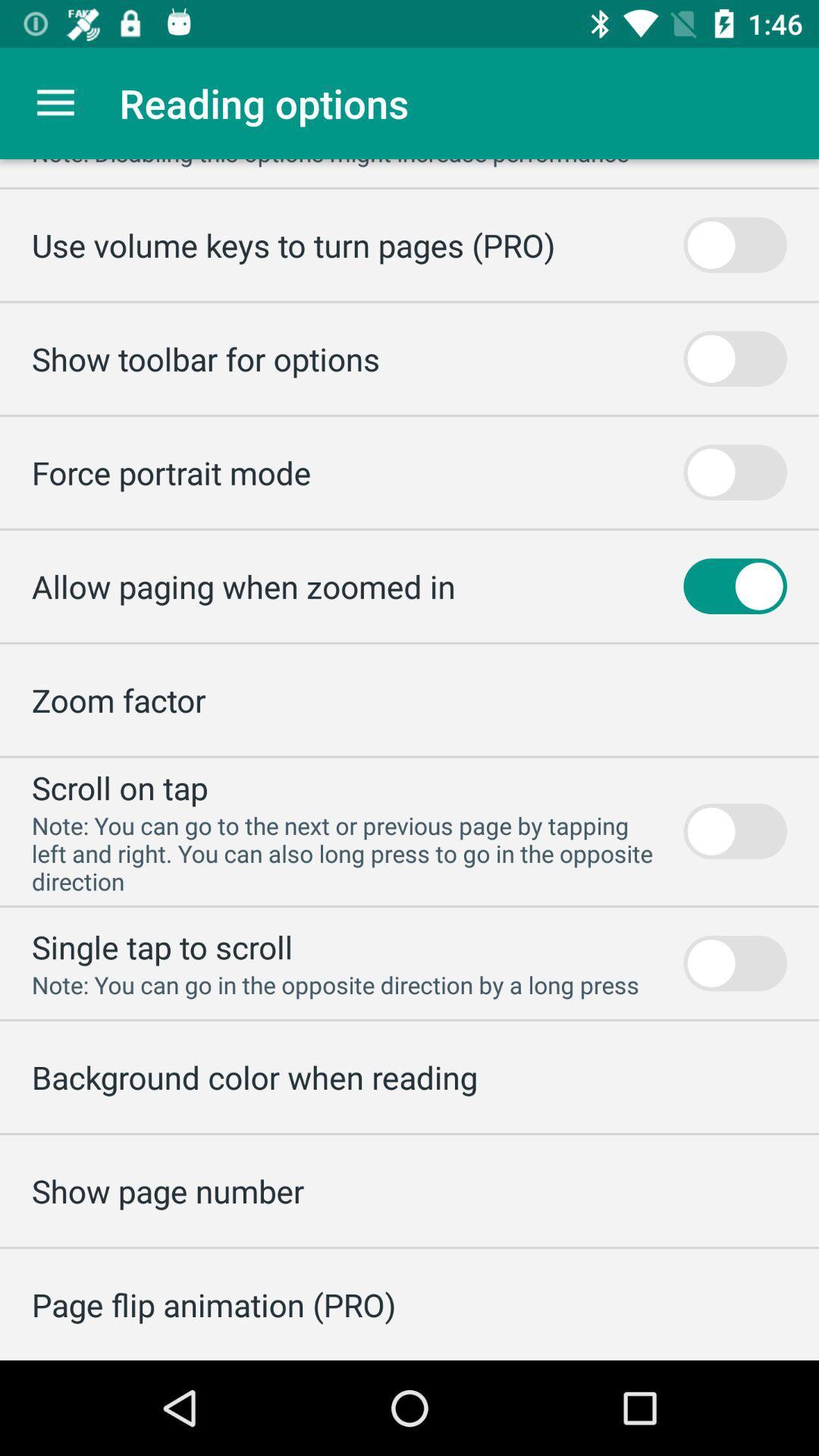  Describe the element at coordinates (293, 245) in the screenshot. I see `the use volume keys item` at that location.